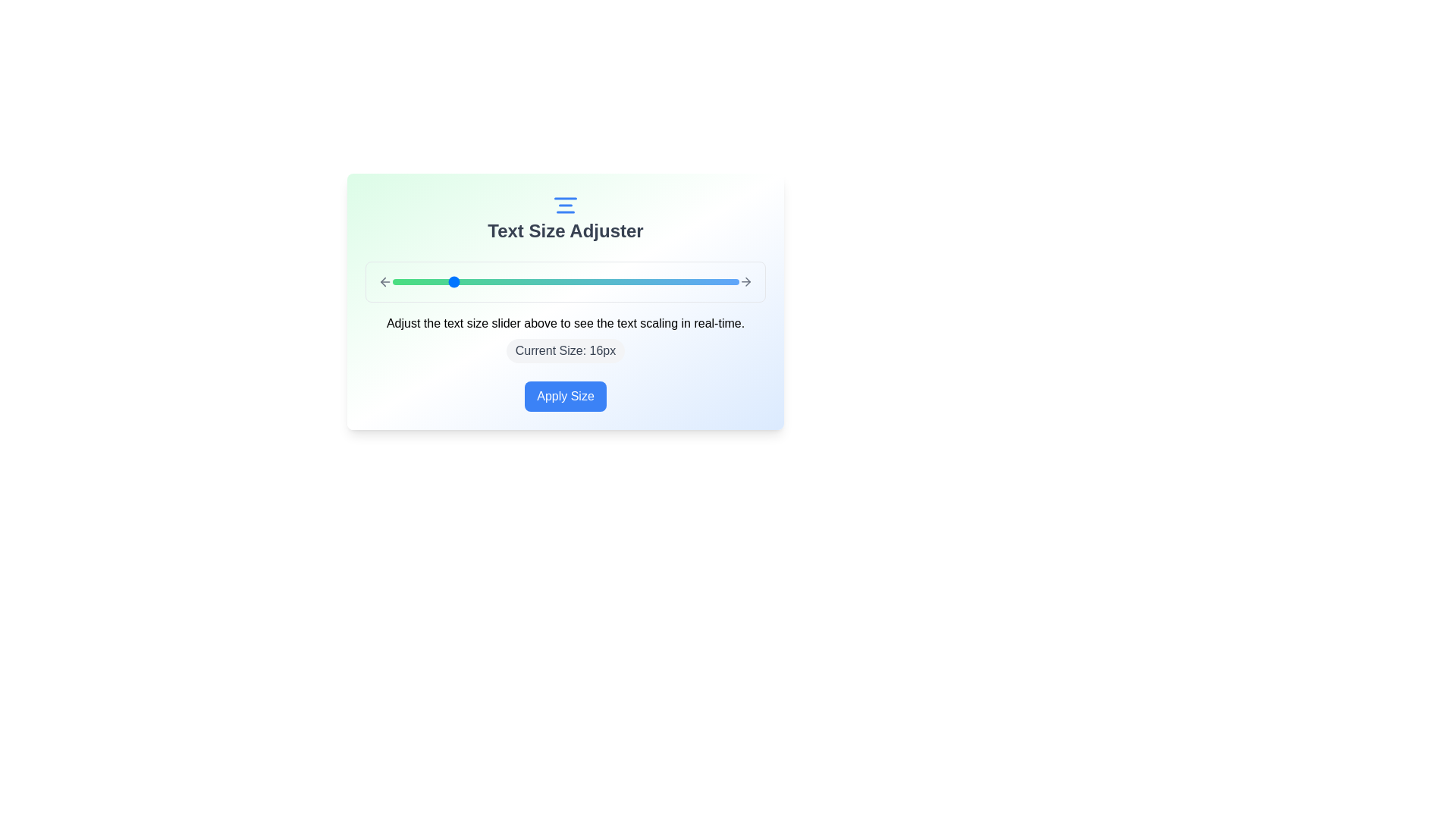 The image size is (1456, 819). I want to click on the text size slider to set the text size to 24px, so click(564, 281).